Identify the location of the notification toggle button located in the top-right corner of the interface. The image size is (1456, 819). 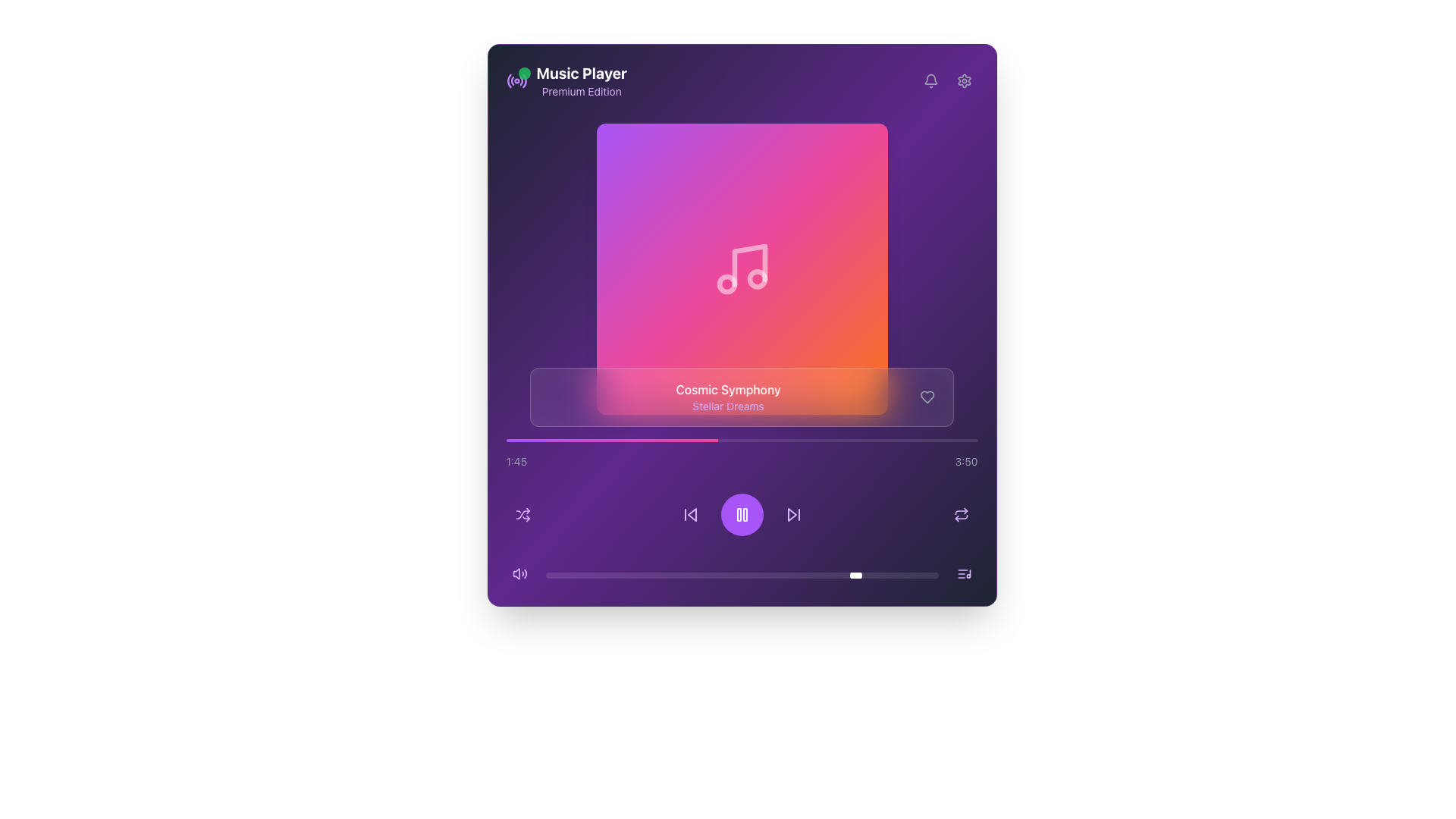
(930, 81).